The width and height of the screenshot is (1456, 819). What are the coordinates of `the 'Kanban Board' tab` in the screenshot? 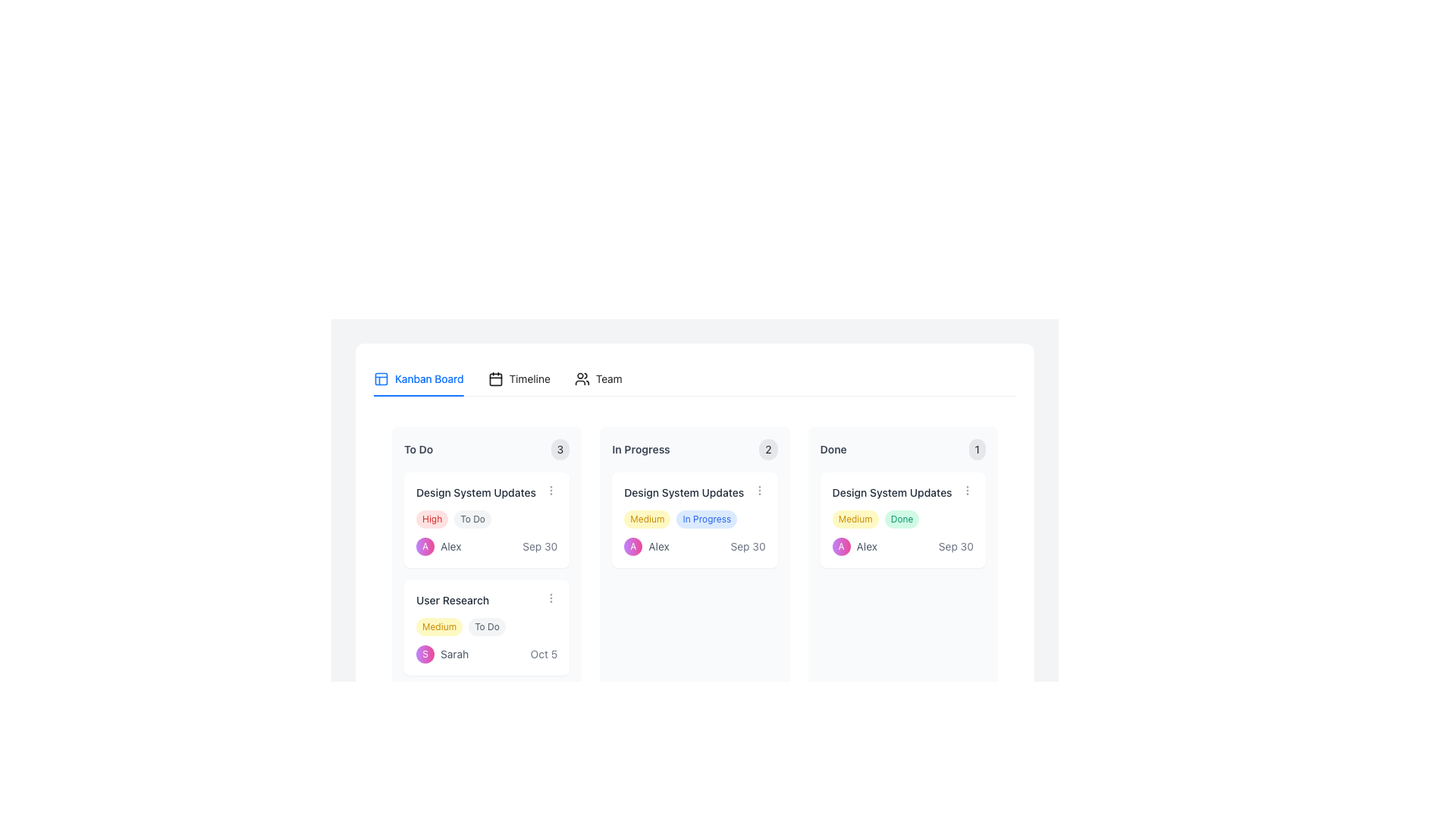 It's located at (419, 378).